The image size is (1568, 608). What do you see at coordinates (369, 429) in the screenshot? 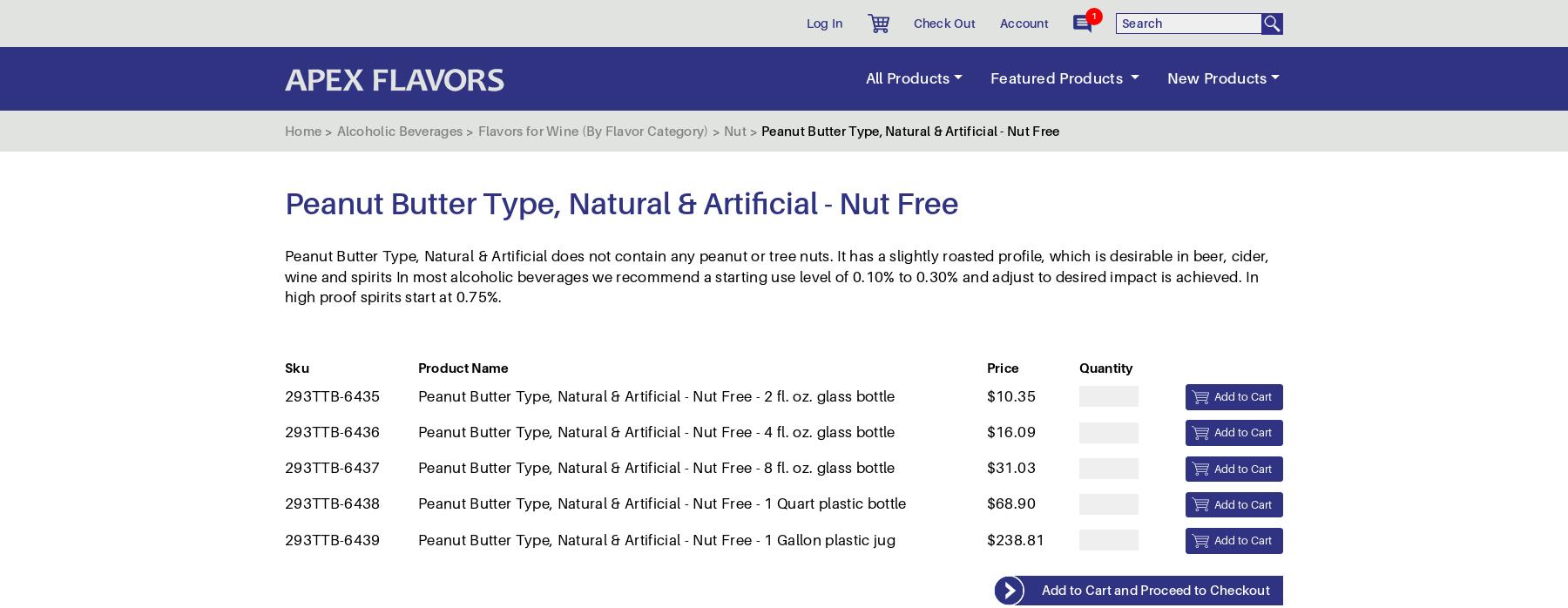
I see `'Kosher Certified.'` at bounding box center [369, 429].